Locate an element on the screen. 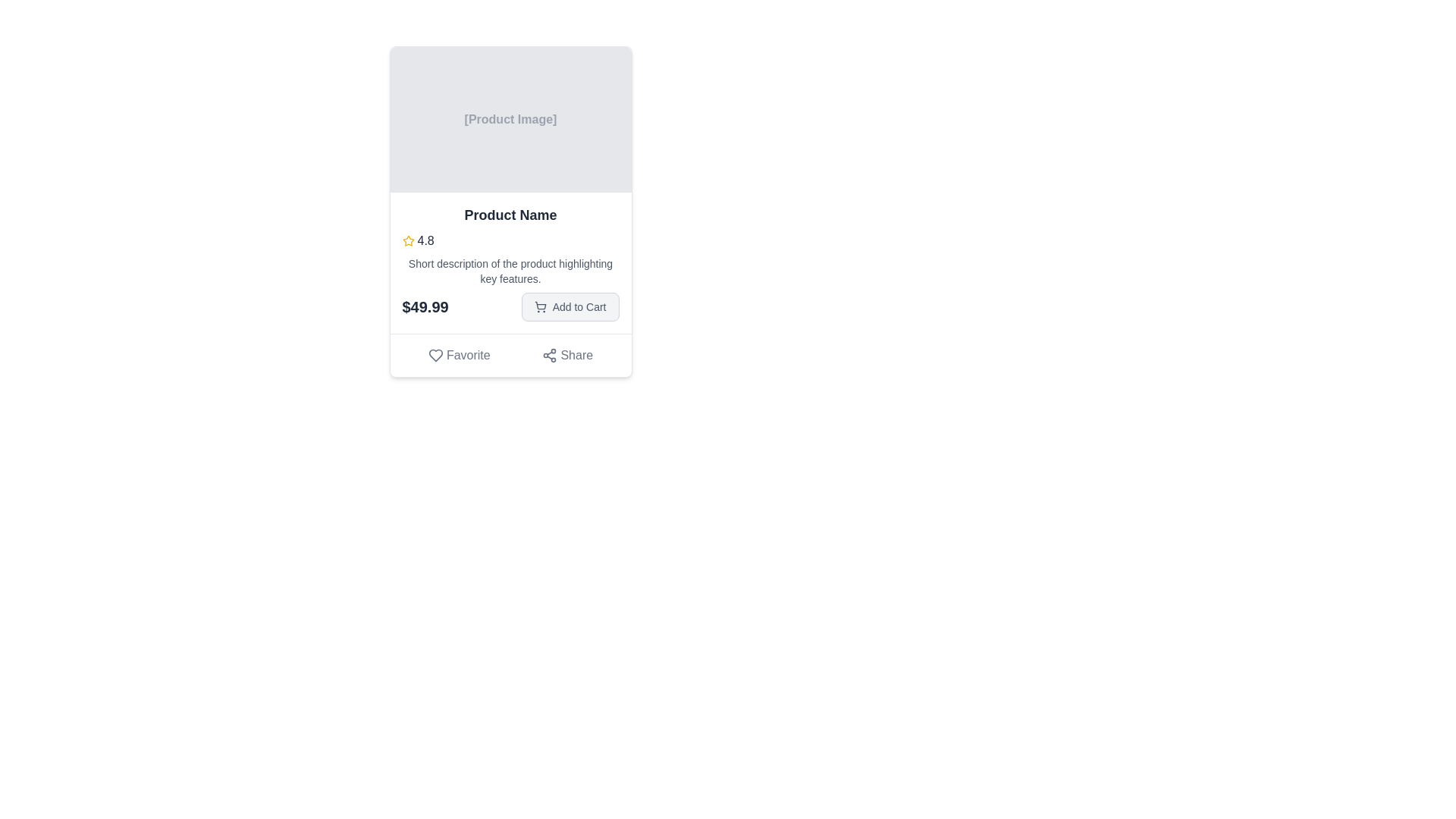 The height and width of the screenshot is (819, 1456). the 'Share' button with an icon resembling a share symbol located is located at coordinates (566, 356).